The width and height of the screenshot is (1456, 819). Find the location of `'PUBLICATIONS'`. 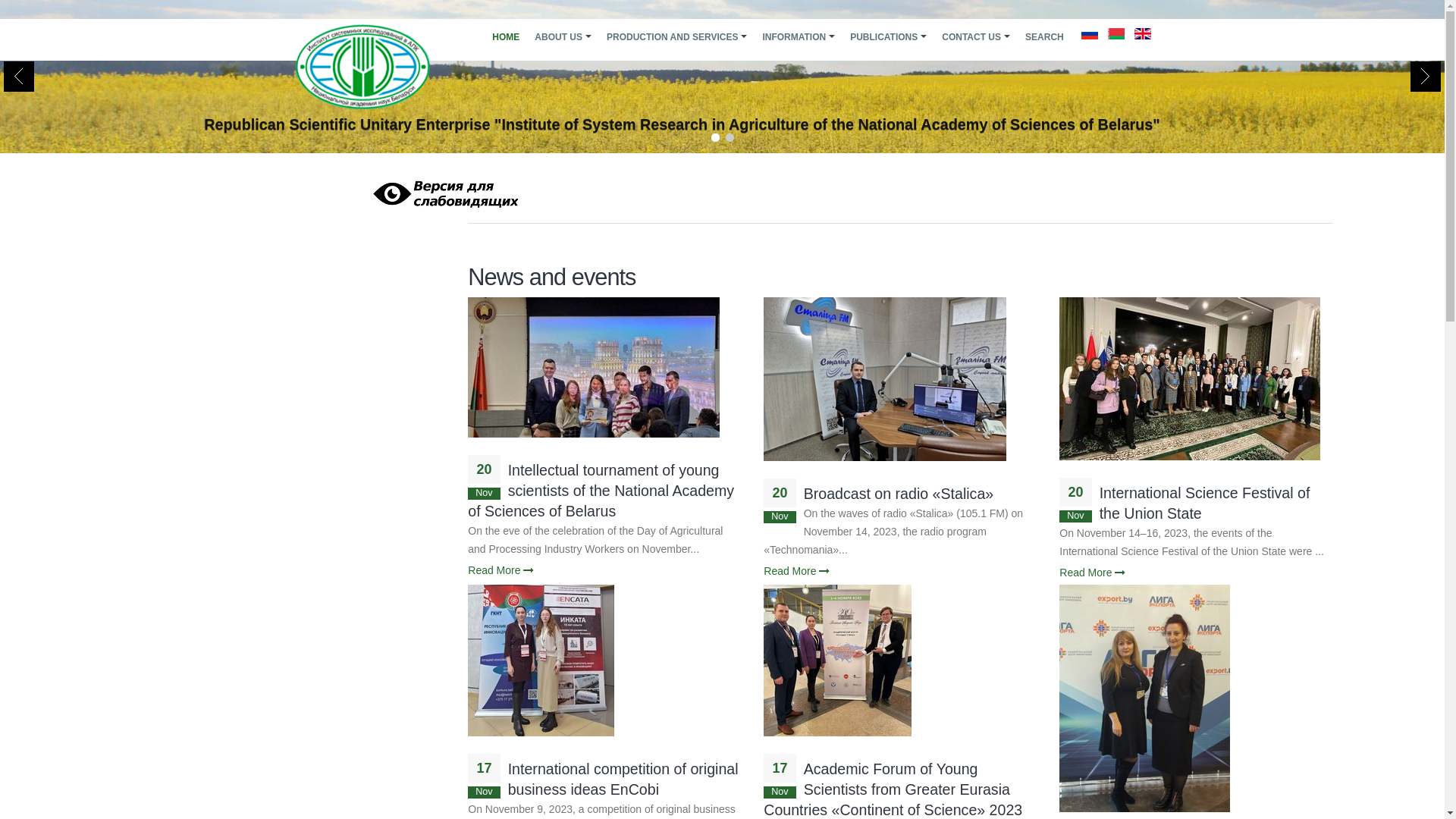

'PUBLICATIONS' is located at coordinates (888, 36).